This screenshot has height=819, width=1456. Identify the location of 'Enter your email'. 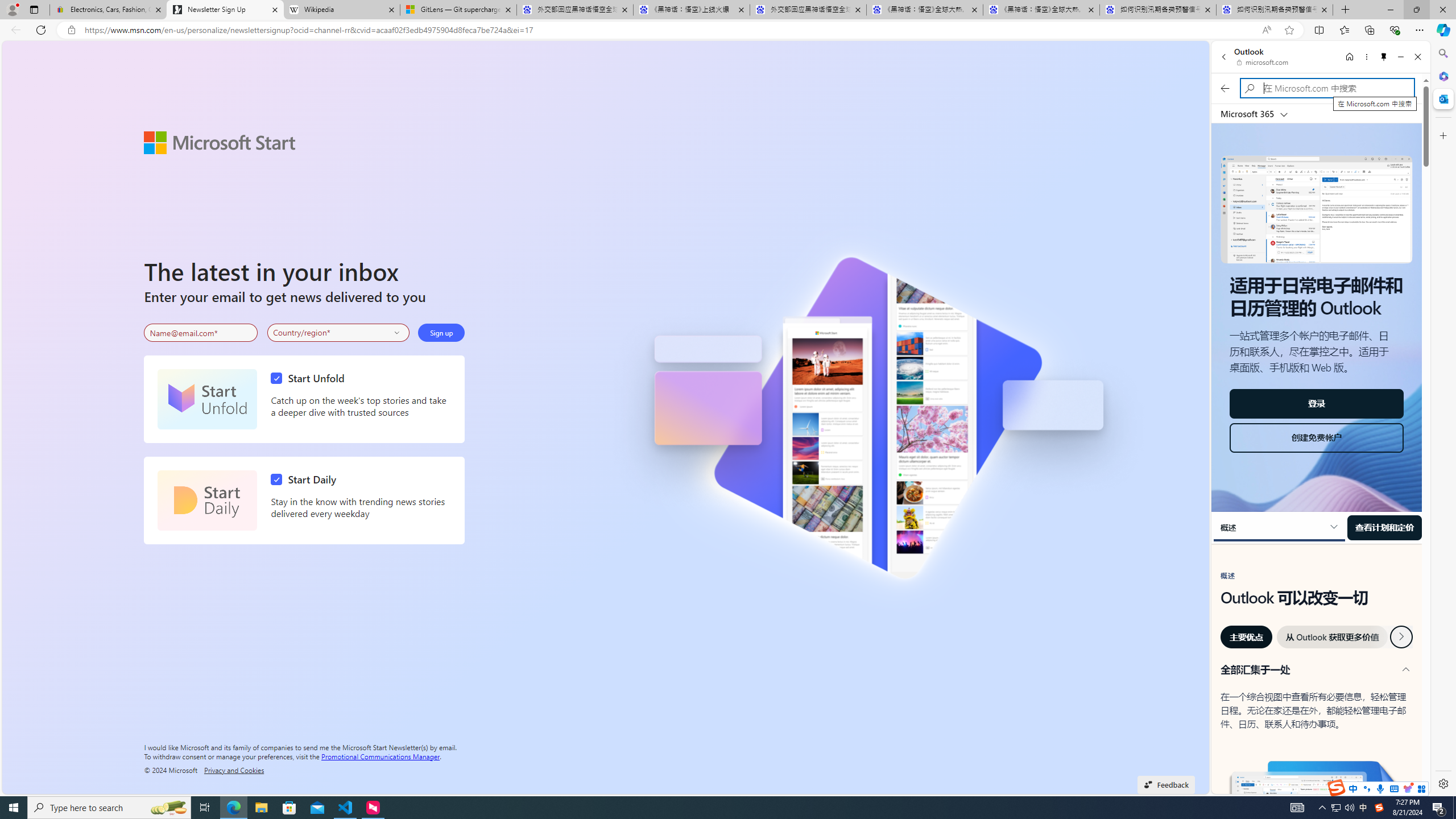
(200, 333).